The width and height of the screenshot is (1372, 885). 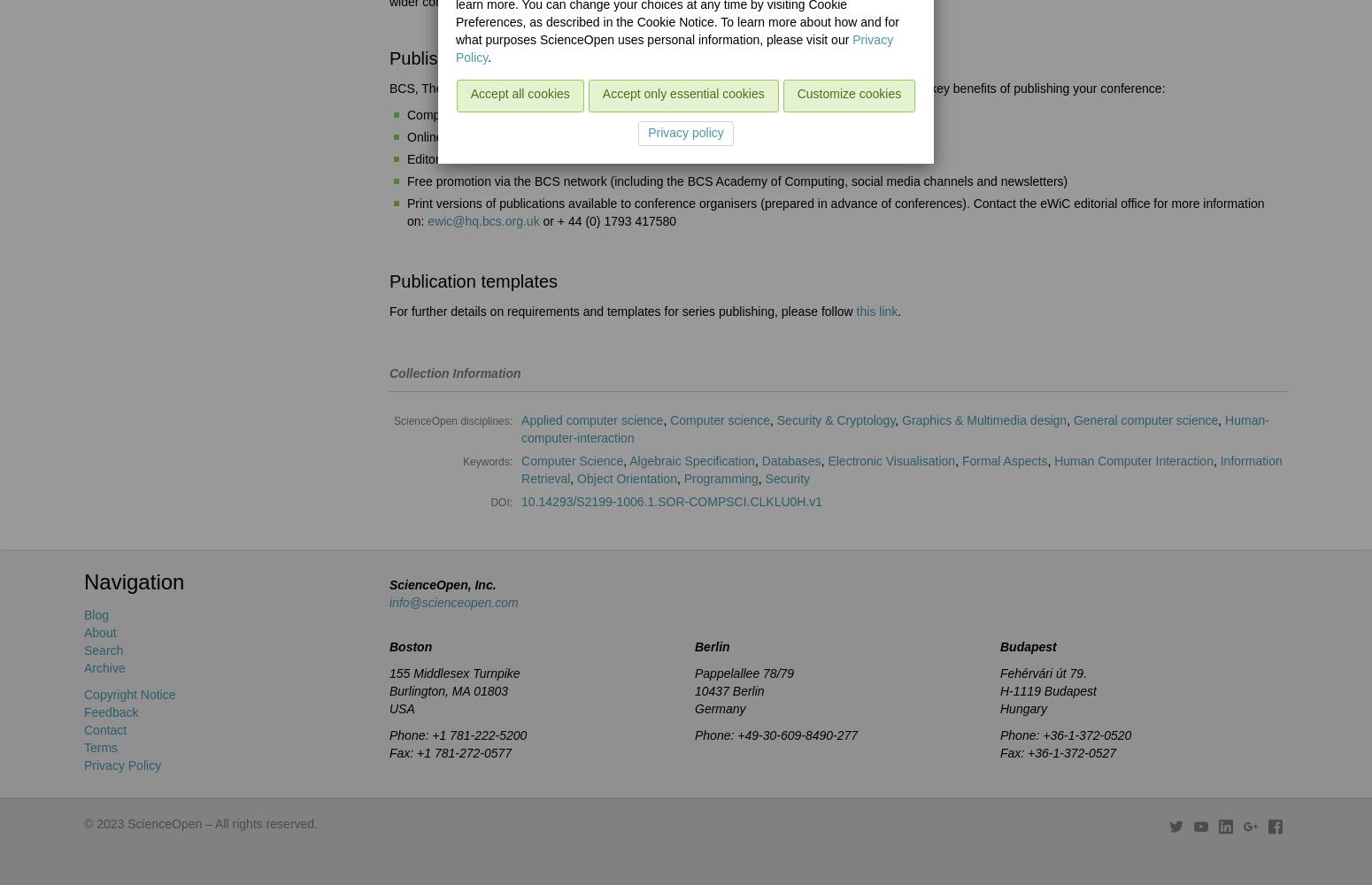 I want to click on 'Hungary', so click(x=1021, y=709).